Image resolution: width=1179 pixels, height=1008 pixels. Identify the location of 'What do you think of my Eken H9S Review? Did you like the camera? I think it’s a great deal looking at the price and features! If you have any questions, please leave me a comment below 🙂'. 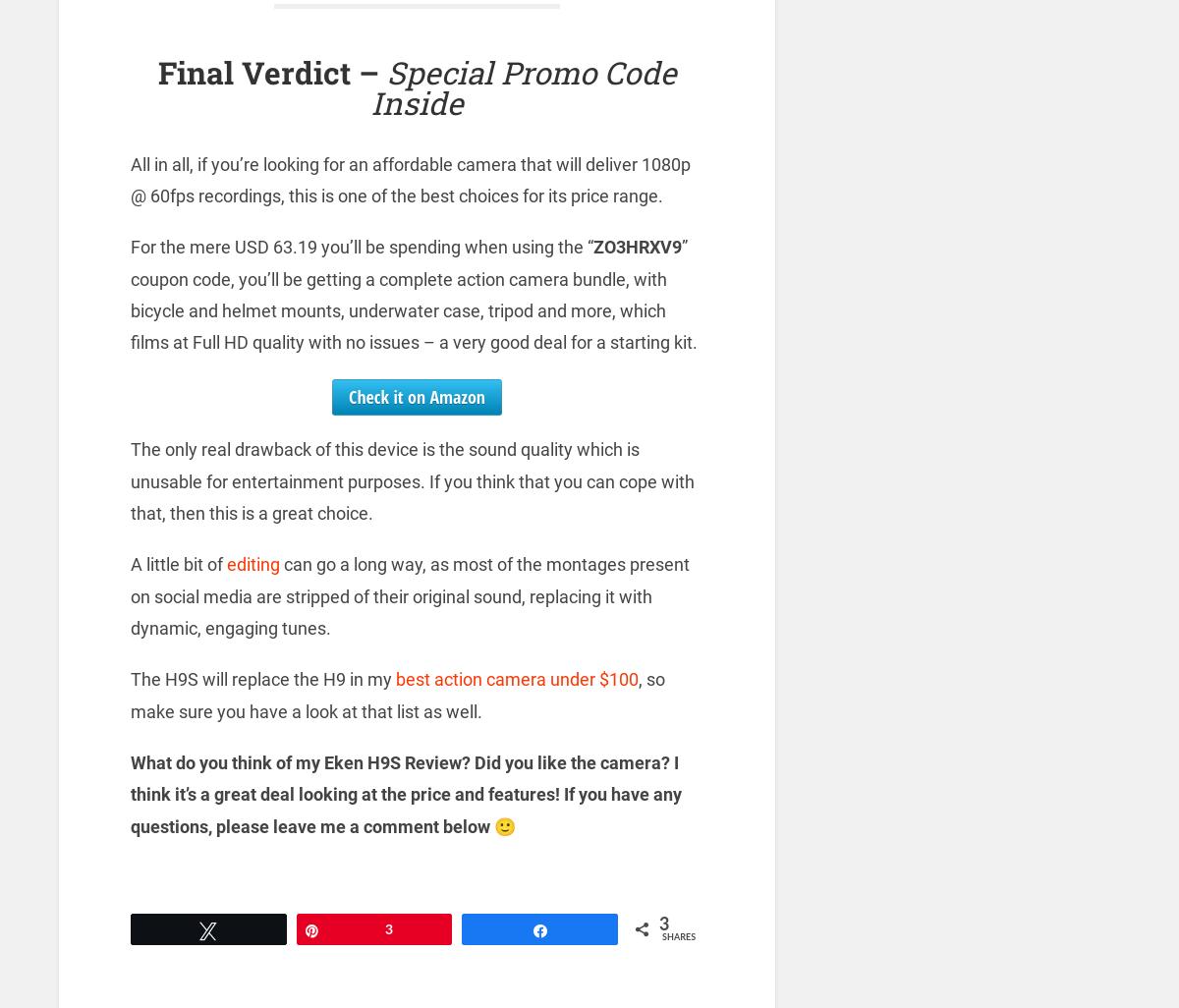
(130, 792).